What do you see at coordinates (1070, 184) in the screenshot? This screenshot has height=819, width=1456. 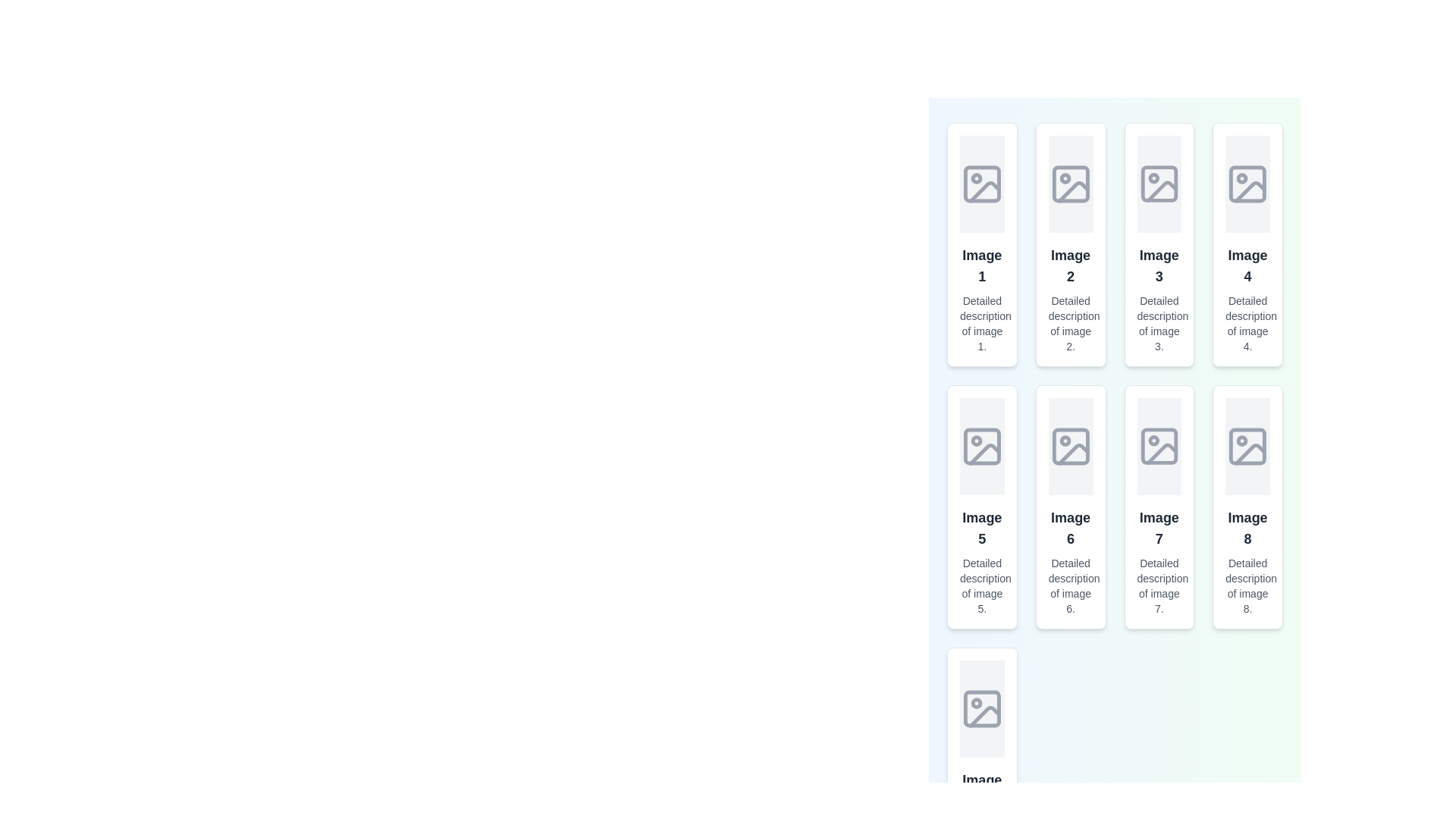 I see `the graphical icon in the second column of the first row of the grid layout, which serves as a placeholder for images` at bounding box center [1070, 184].